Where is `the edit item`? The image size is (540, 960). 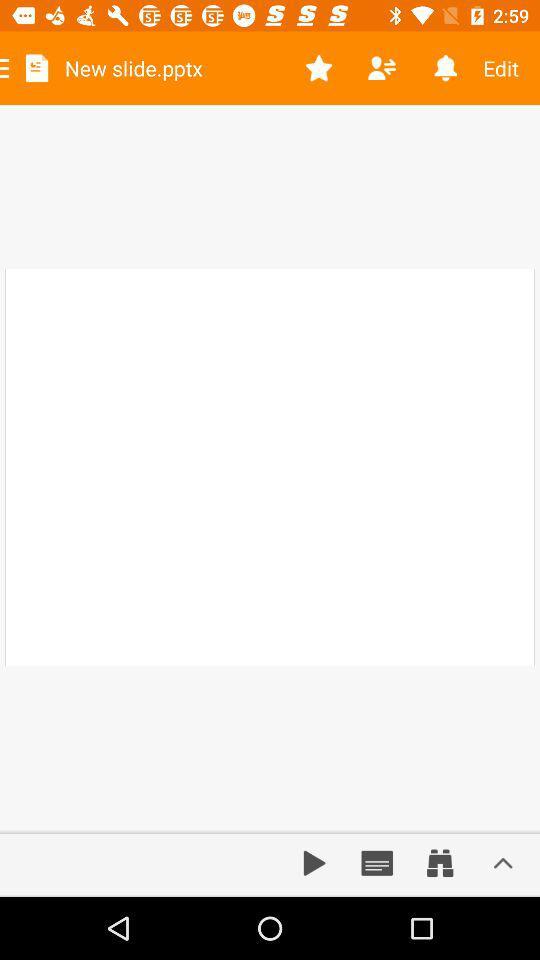
the edit item is located at coordinates (508, 68).